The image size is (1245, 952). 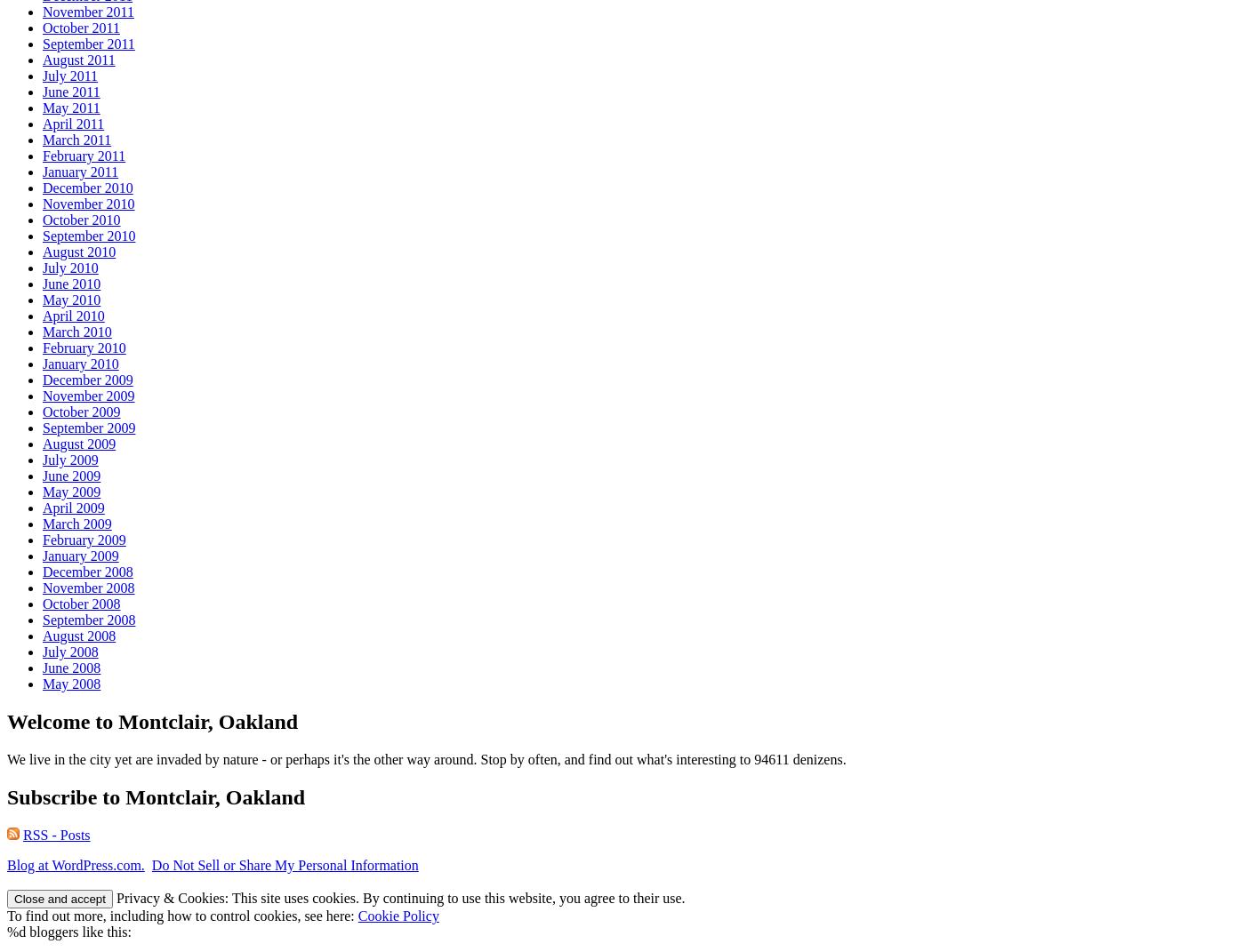 What do you see at coordinates (88, 587) in the screenshot?
I see `'November 2008'` at bounding box center [88, 587].